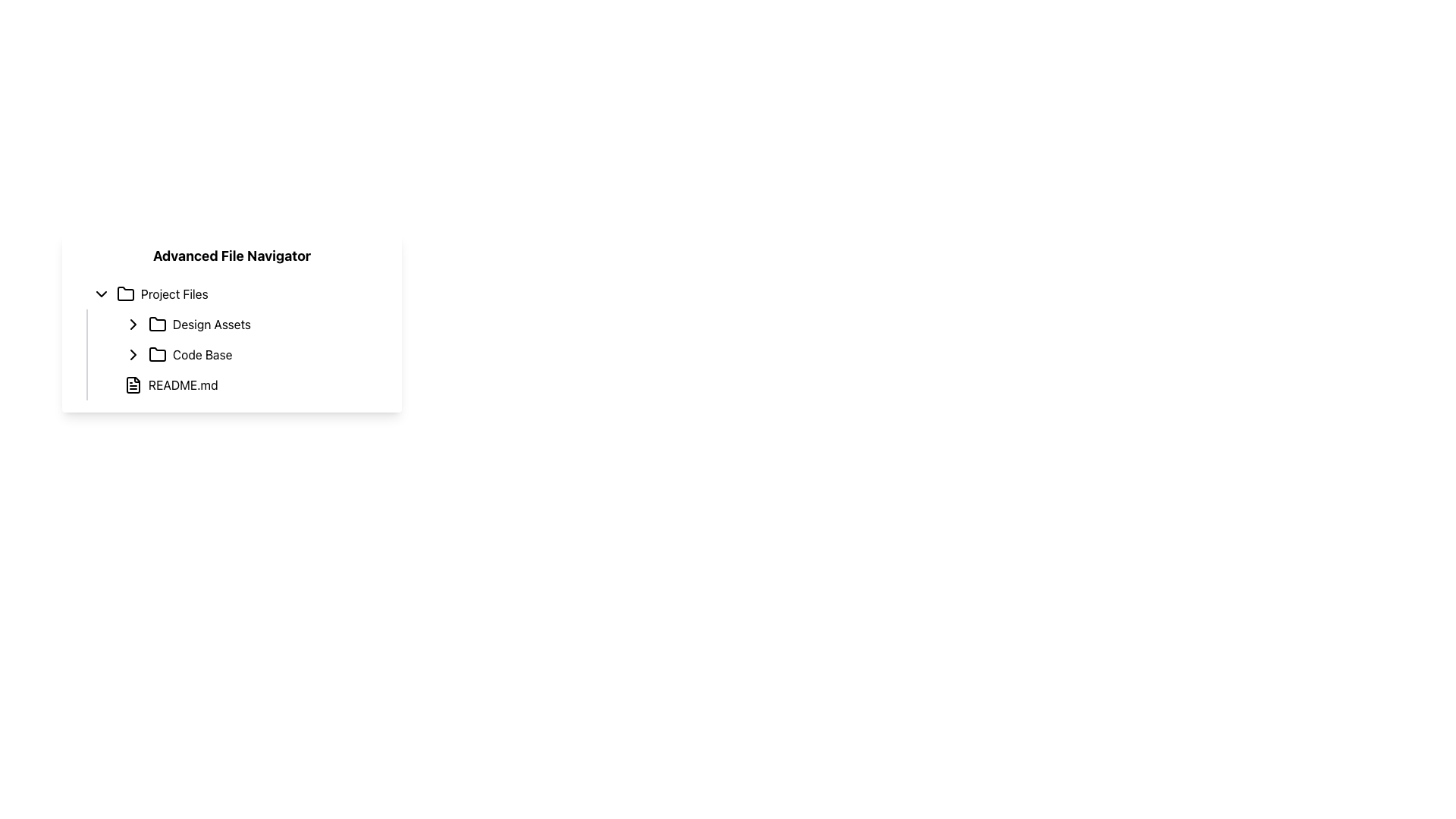  Describe the element at coordinates (202, 354) in the screenshot. I see `the text label for the 'Code Base' directory, located under the 'Project Files' section` at that location.